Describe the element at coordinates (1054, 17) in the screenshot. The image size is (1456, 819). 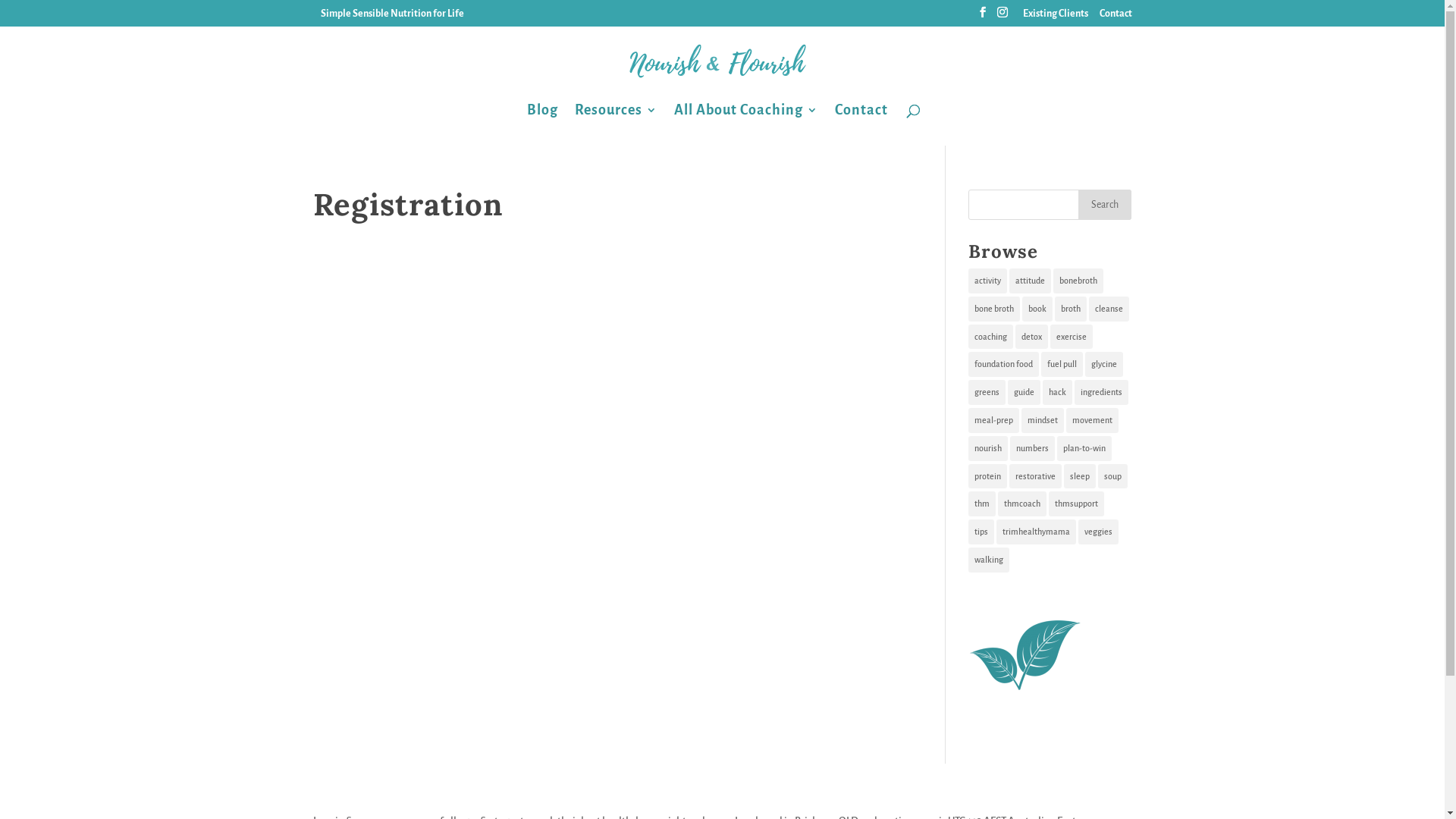
I see `'Existing Clients'` at that location.